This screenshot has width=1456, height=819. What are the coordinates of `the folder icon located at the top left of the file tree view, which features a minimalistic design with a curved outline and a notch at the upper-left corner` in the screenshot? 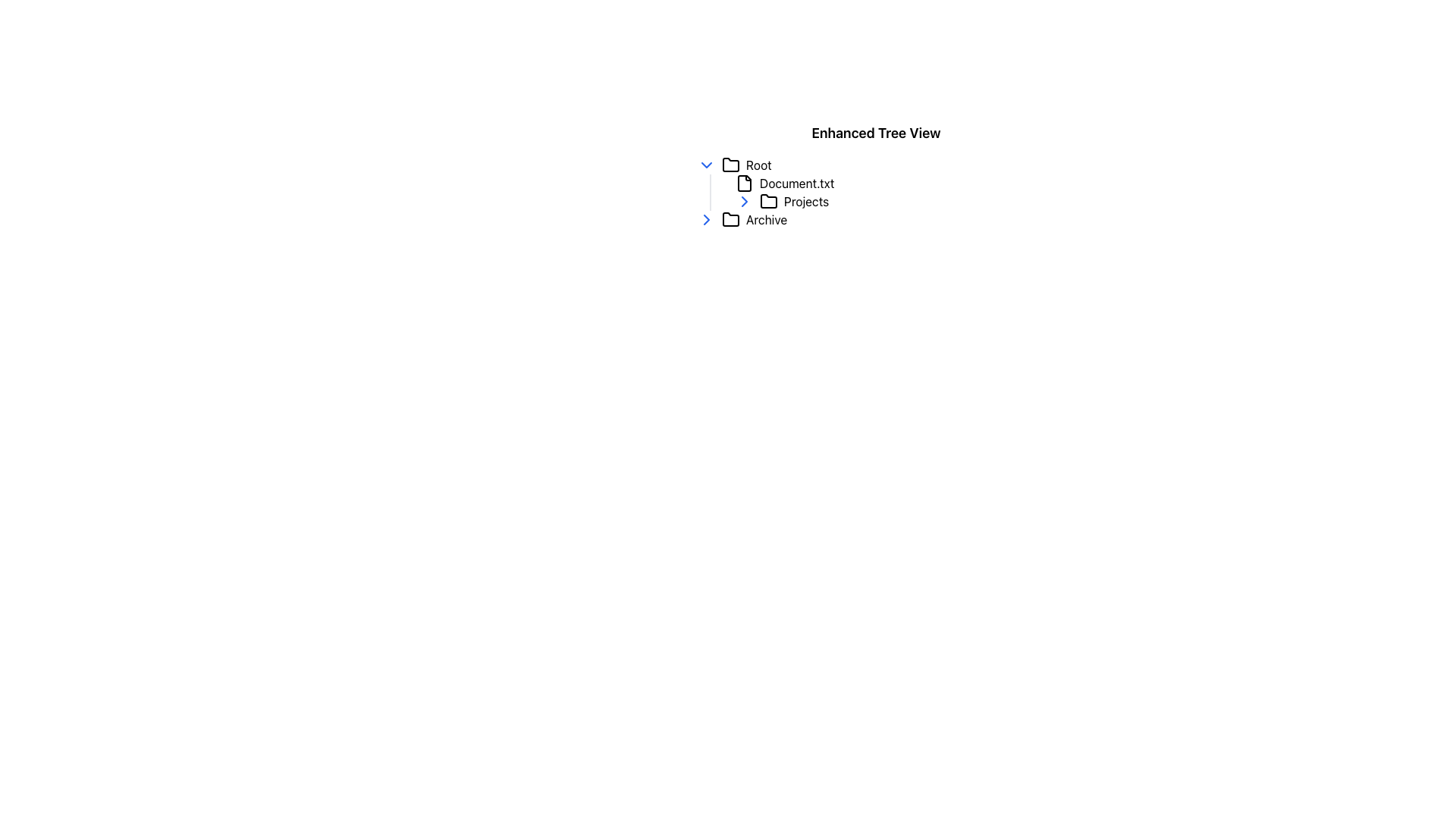 It's located at (731, 164).